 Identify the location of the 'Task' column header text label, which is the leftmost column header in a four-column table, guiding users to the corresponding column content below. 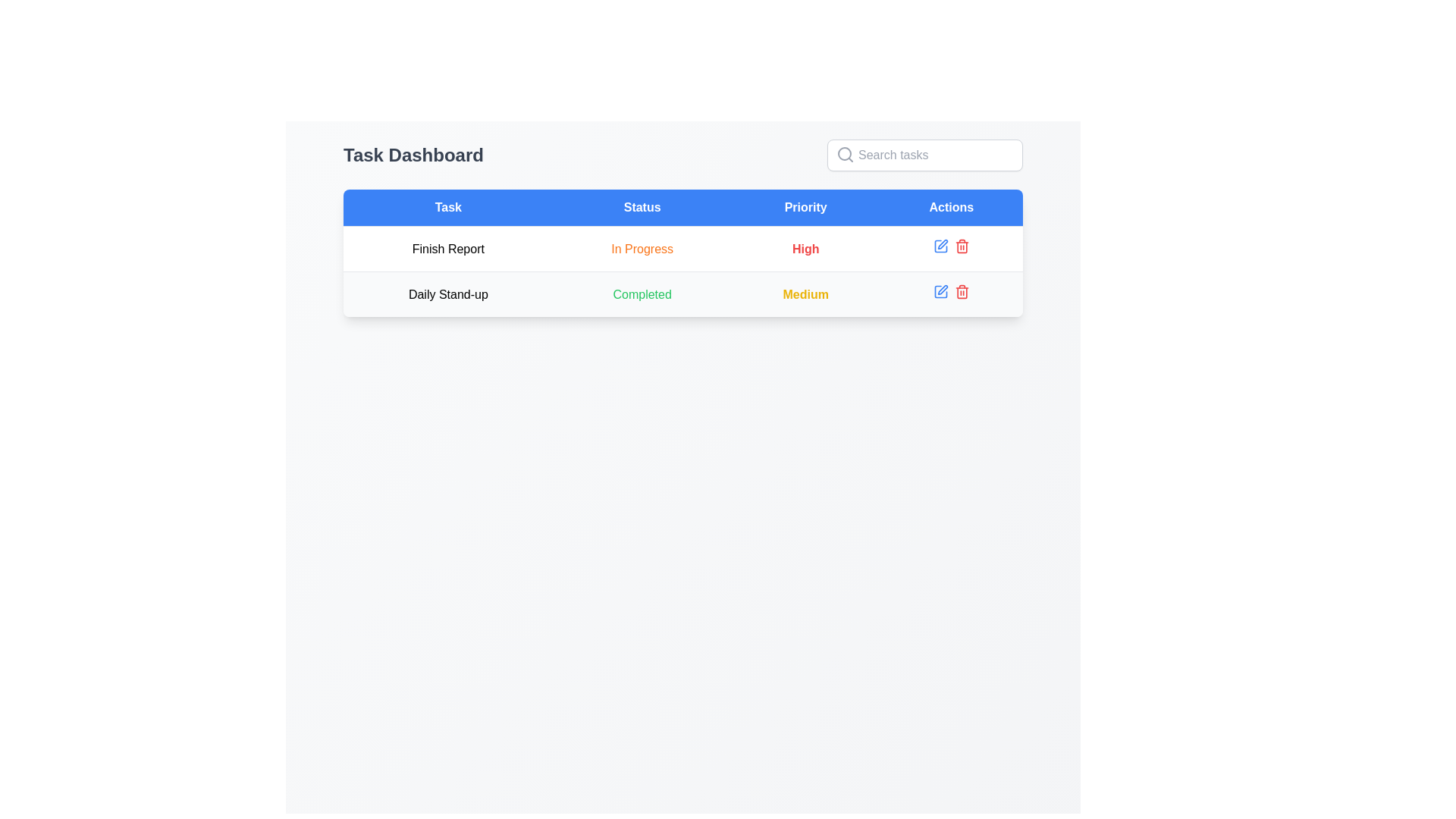
(447, 208).